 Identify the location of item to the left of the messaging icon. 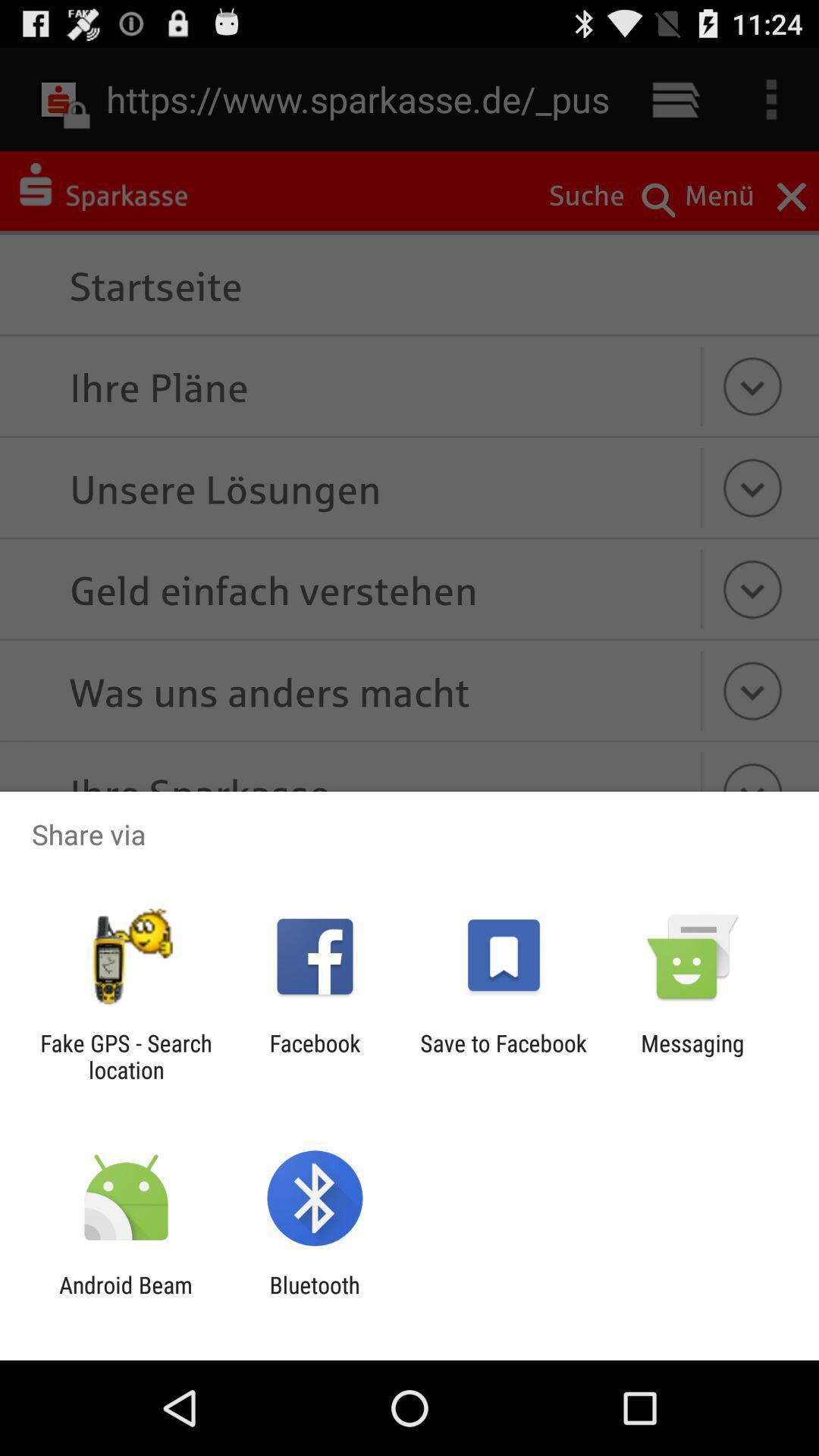
(504, 1056).